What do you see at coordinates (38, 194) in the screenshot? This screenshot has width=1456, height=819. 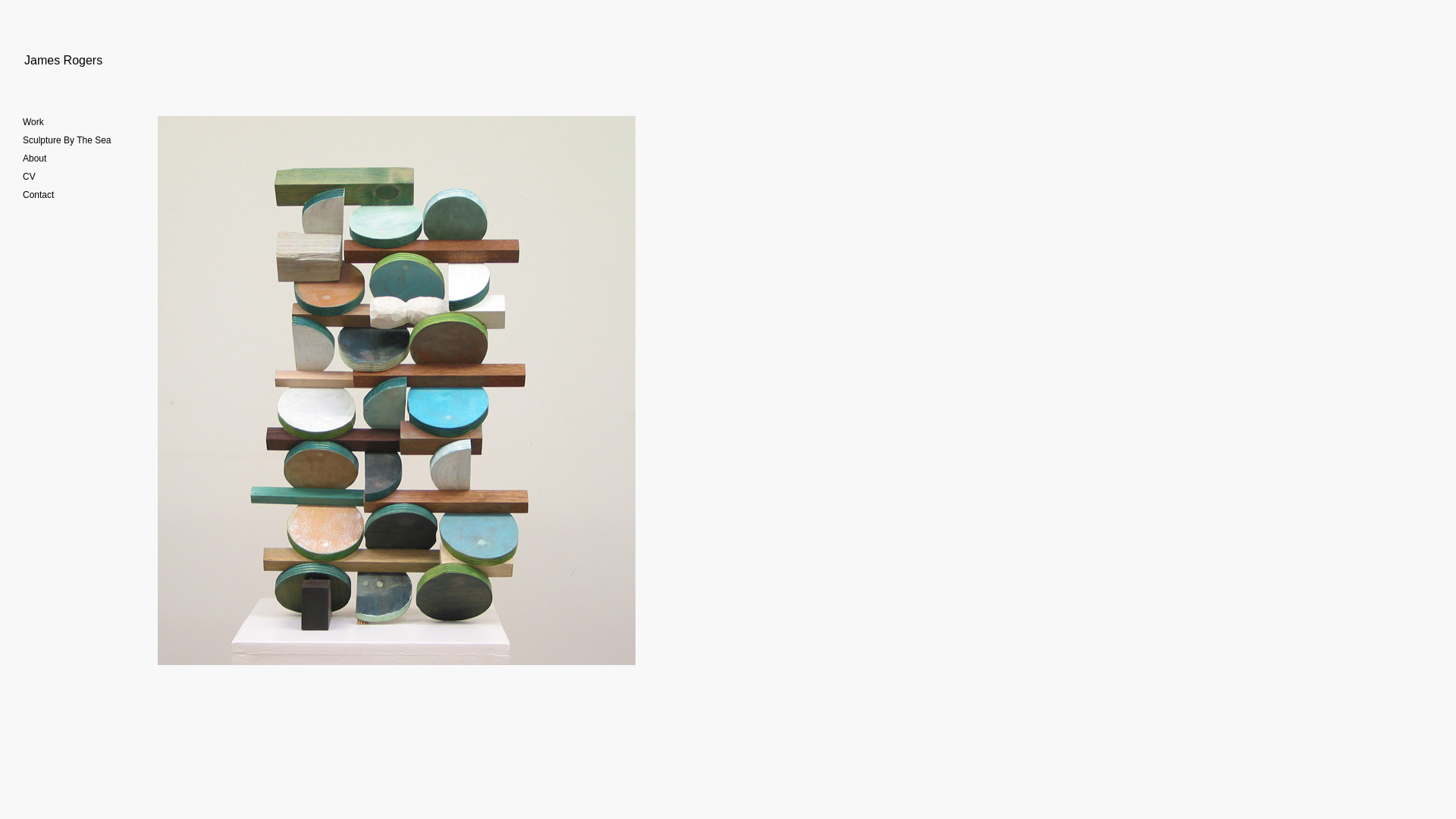 I see `'Contact'` at bounding box center [38, 194].